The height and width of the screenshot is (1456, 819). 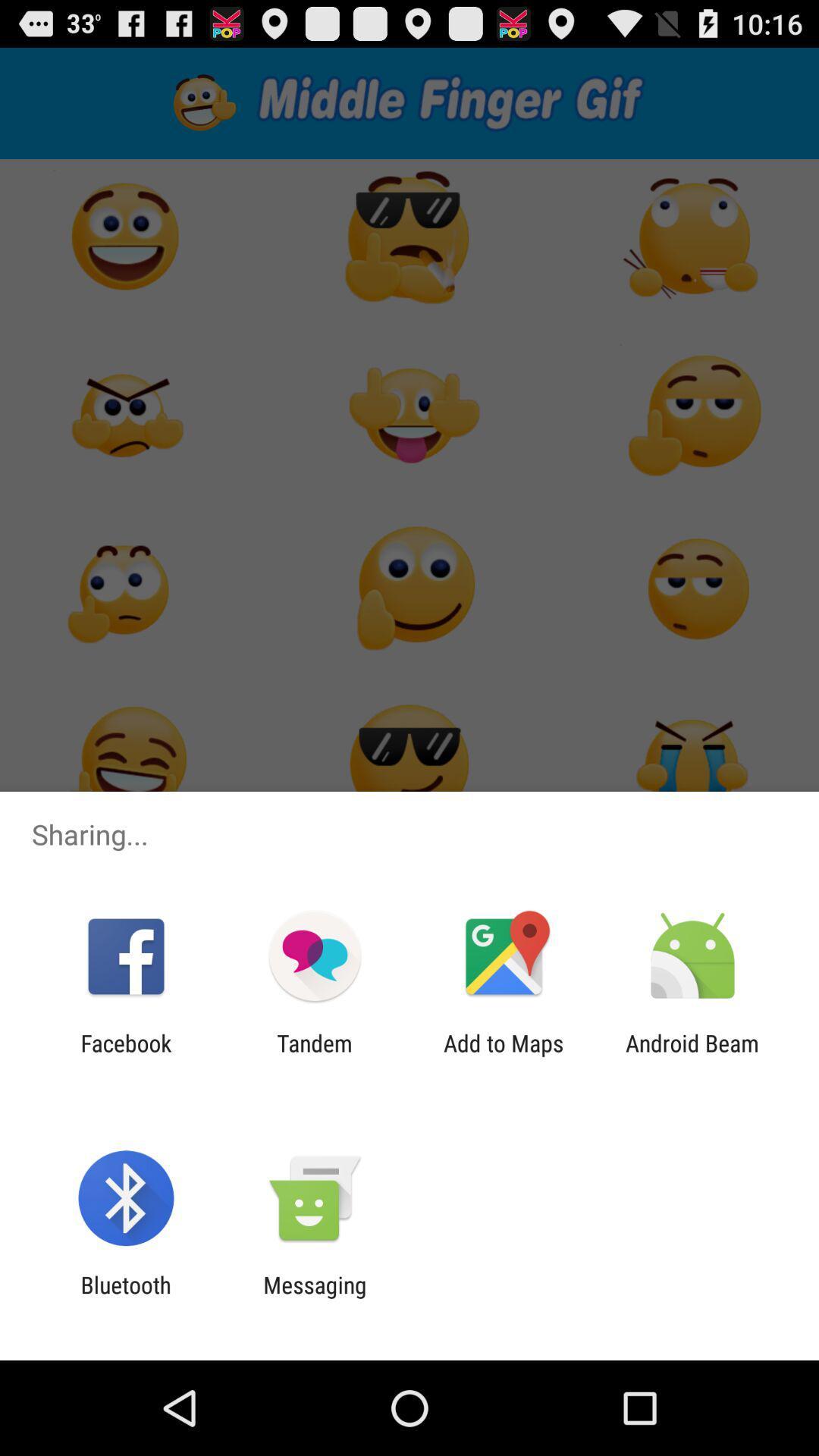 What do you see at coordinates (125, 1298) in the screenshot?
I see `the bluetooth icon` at bounding box center [125, 1298].